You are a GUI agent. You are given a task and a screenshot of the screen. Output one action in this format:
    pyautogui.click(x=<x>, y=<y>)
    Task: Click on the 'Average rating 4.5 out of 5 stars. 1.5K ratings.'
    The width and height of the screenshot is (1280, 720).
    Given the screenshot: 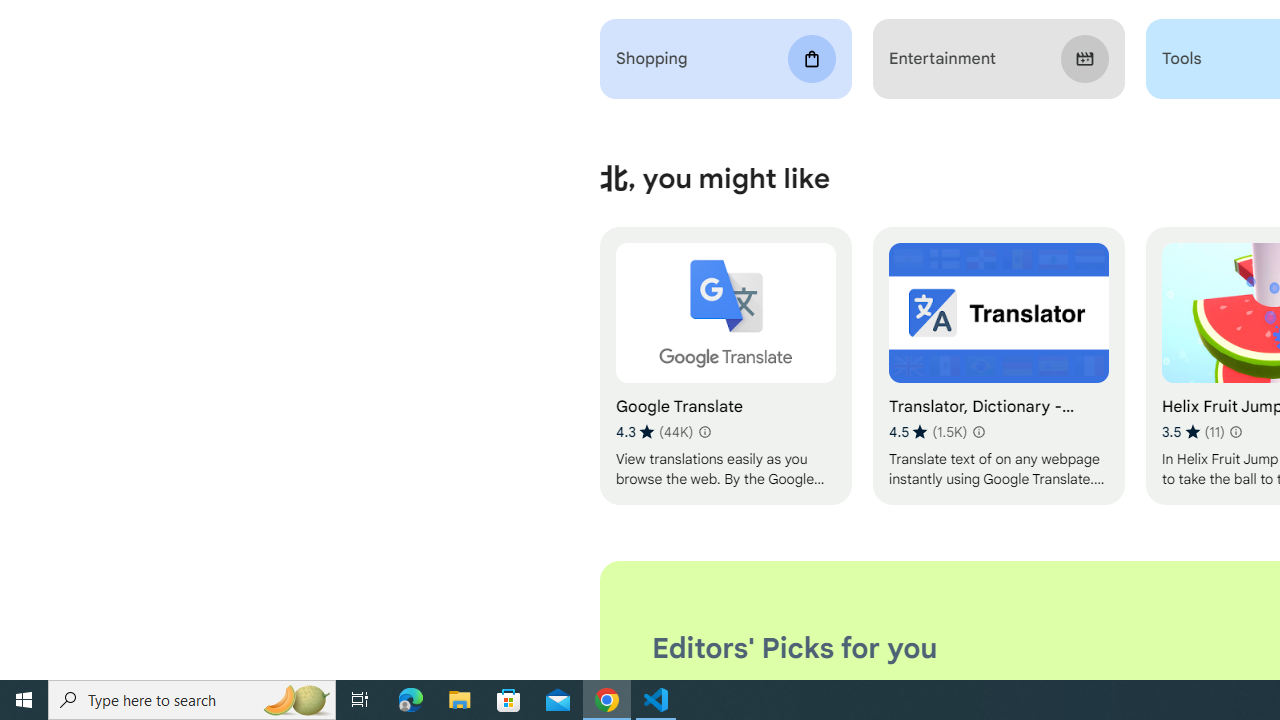 What is the action you would take?
    pyautogui.click(x=927, y=431)
    